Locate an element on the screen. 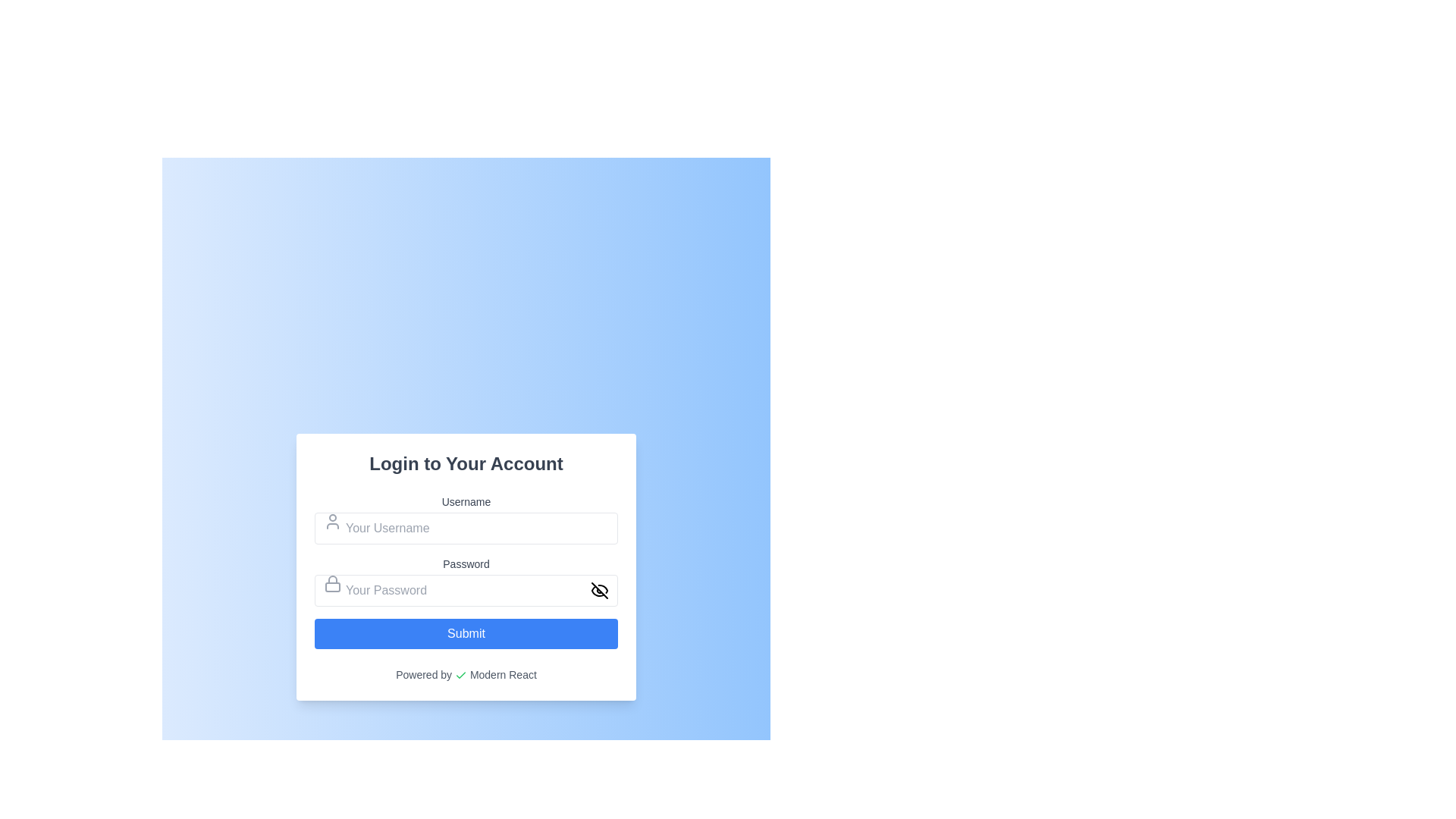  the eye icon within the password input field is located at coordinates (599, 590).